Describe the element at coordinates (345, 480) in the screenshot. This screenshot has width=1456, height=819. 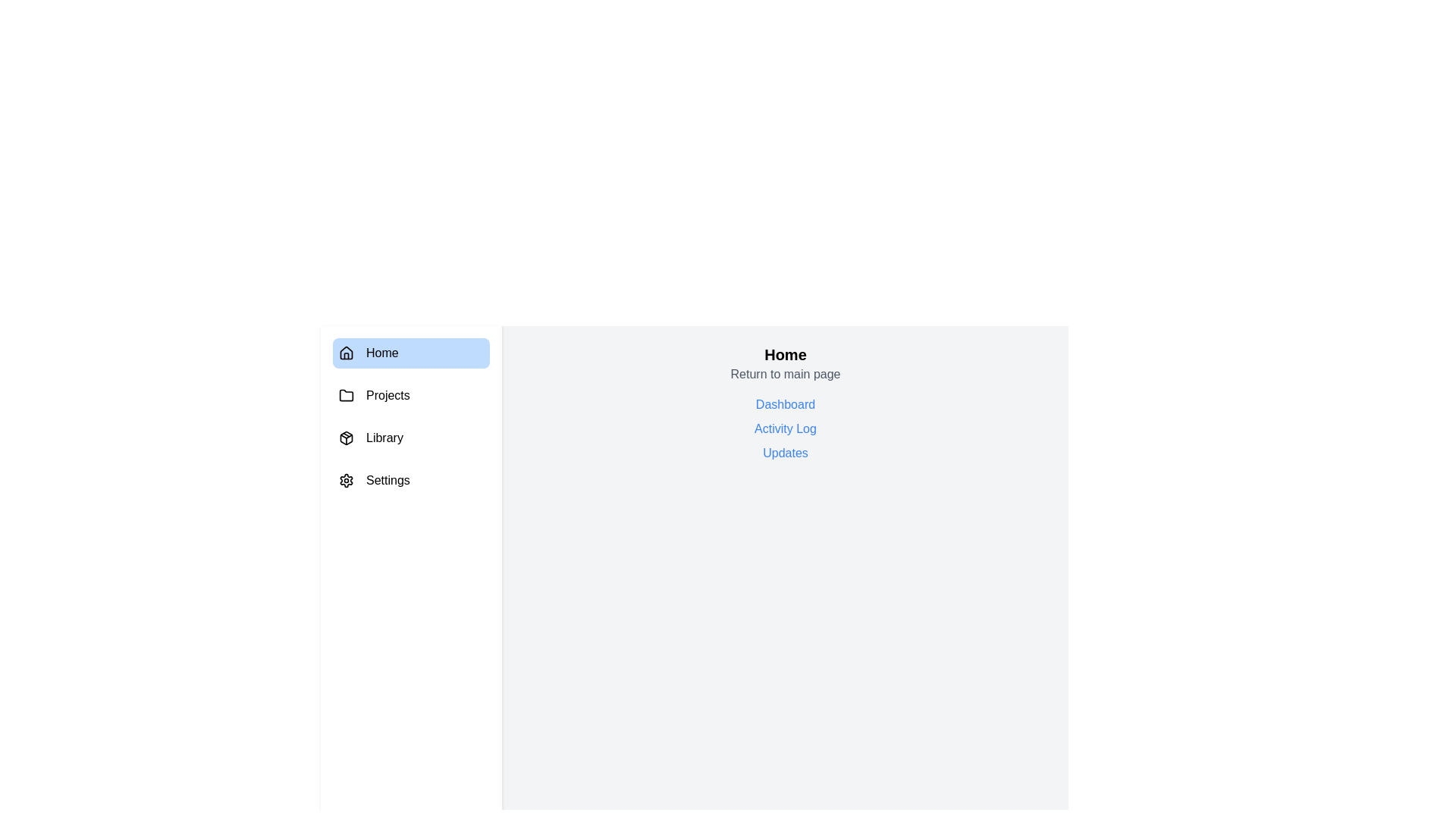
I see `the settings icon located in the left-side navigation bar, adjacent to the text label 'Settings'` at that location.